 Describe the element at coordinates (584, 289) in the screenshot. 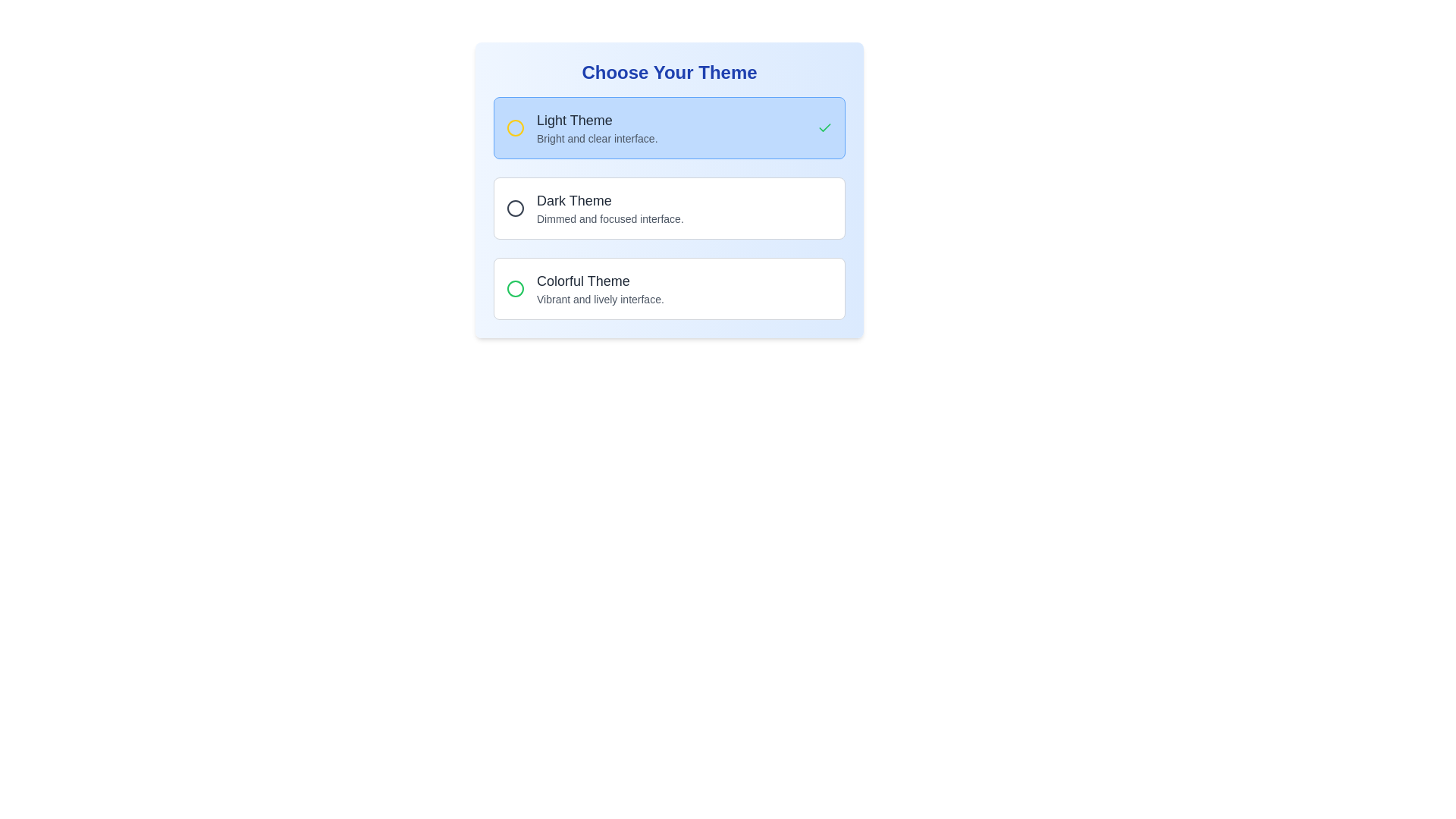

I see `the 'Colorful Theme' option in the theme configuration interface` at that location.